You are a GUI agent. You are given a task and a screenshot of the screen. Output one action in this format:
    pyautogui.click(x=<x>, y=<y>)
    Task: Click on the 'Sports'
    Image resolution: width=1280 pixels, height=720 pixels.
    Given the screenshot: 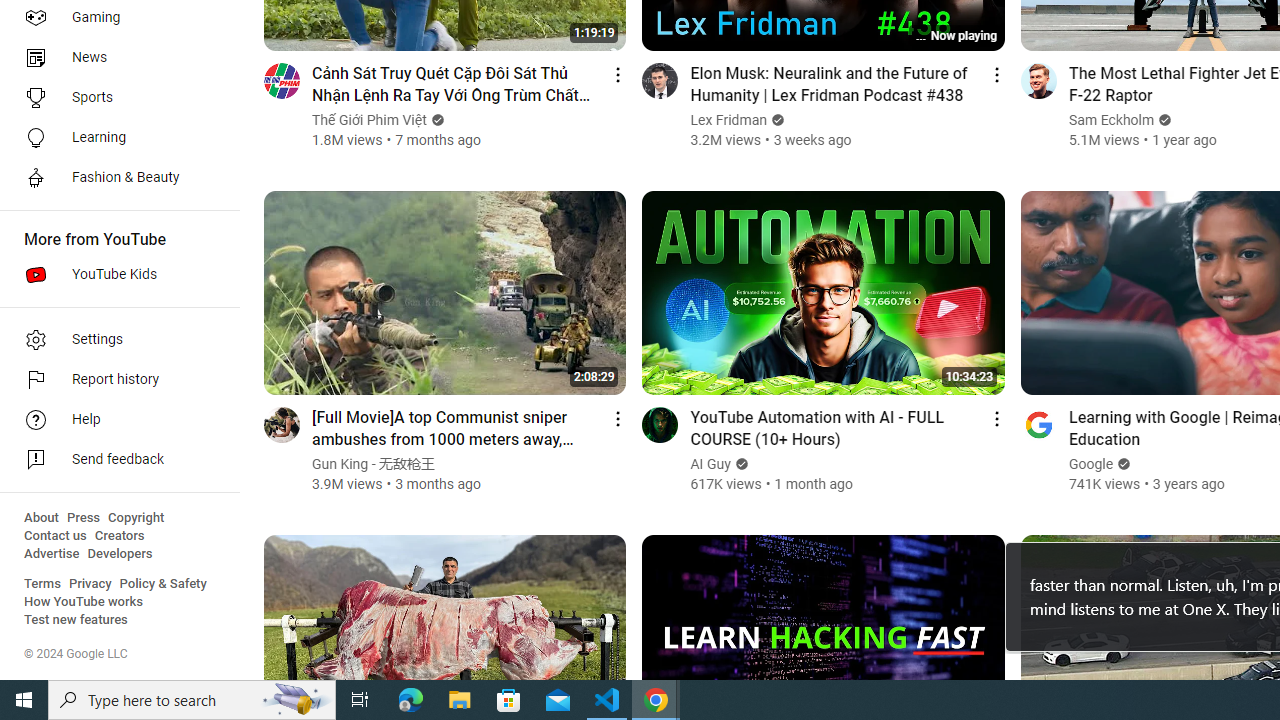 What is the action you would take?
    pyautogui.click(x=112, y=97)
    